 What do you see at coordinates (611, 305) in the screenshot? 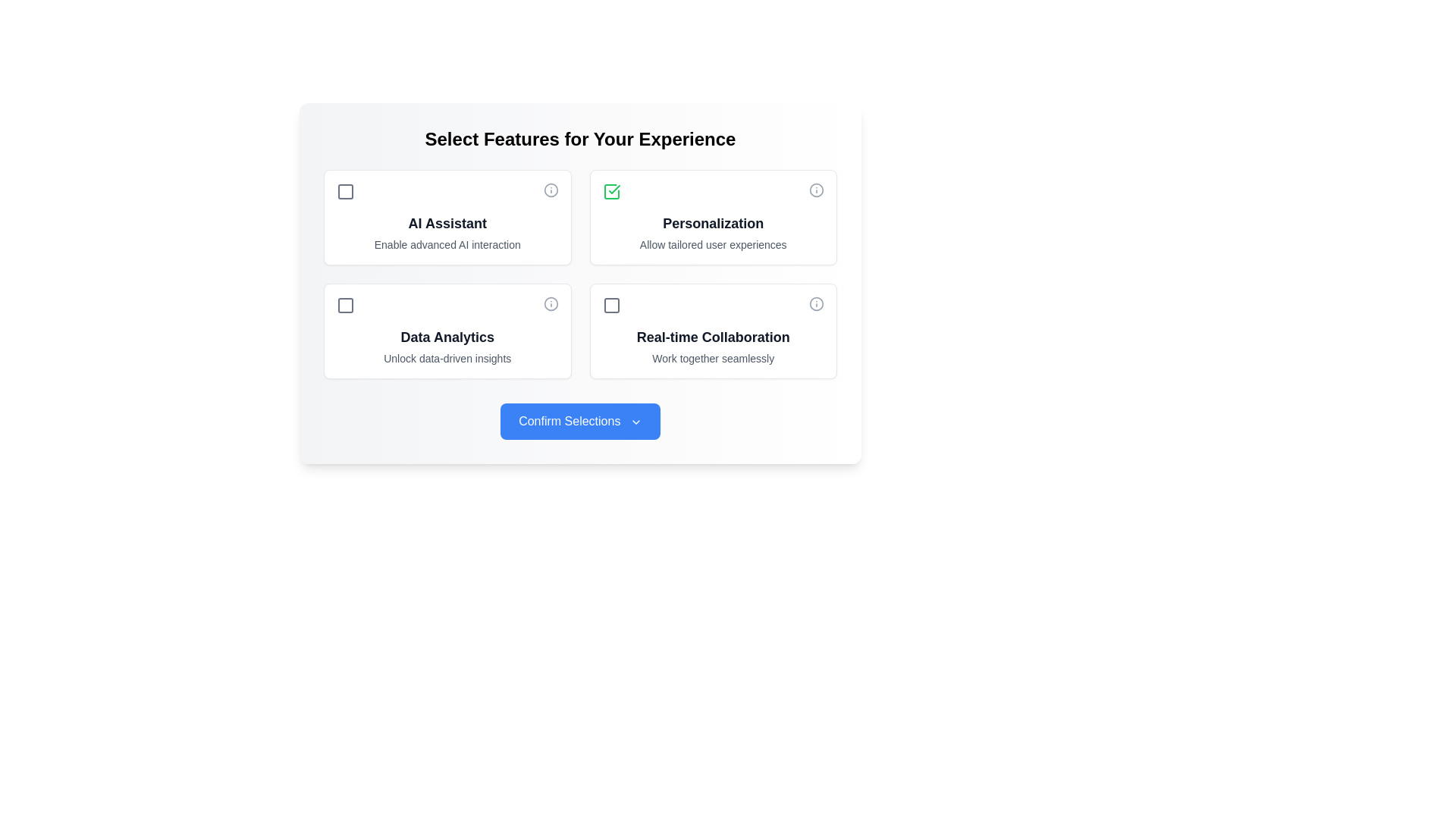
I see `the checkbox` at bounding box center [611, 305].